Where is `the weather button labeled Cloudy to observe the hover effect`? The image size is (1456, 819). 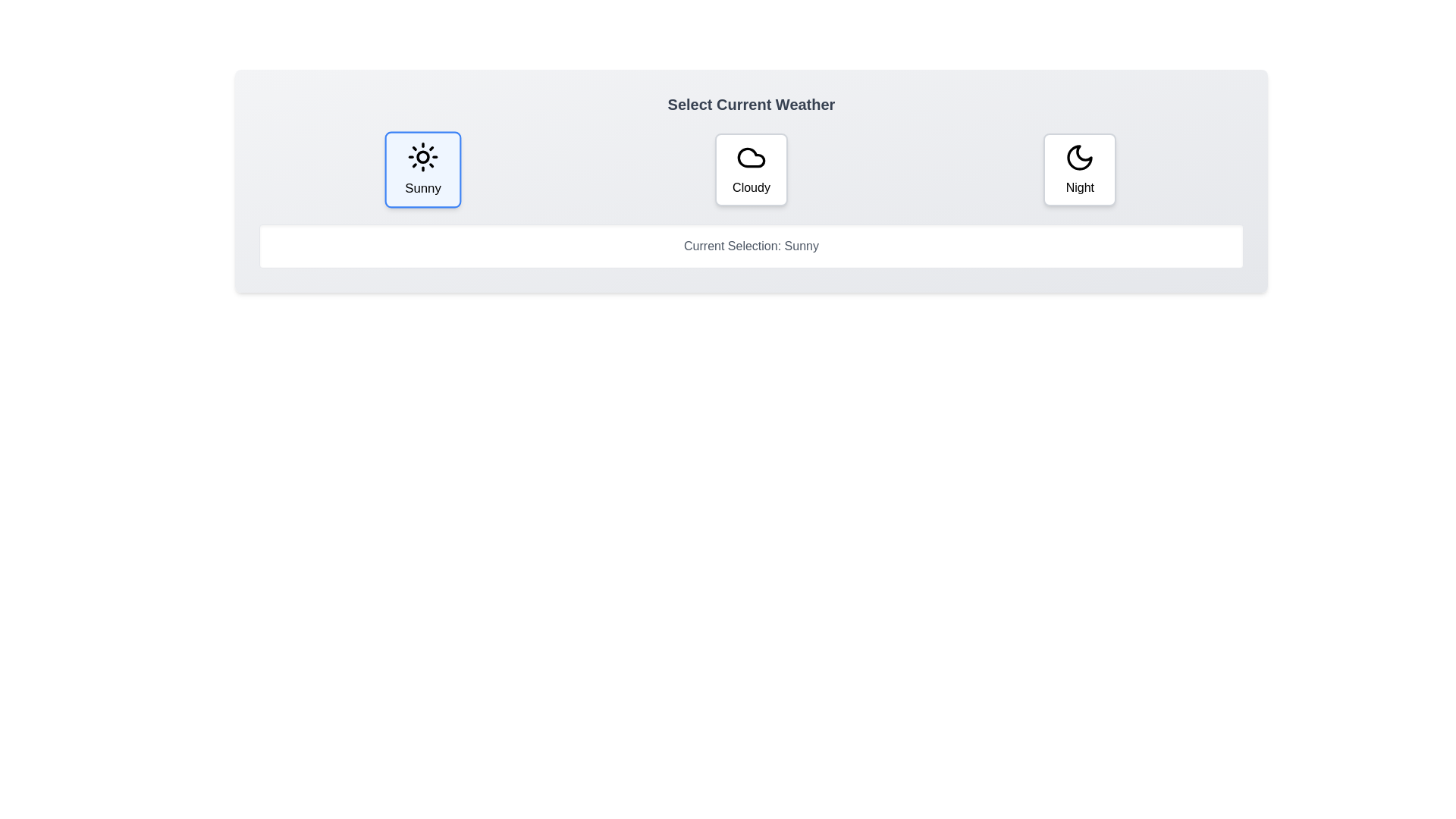
the weather button labeled Cloudy to observe the hover effect is located at coordinates (751, 169).